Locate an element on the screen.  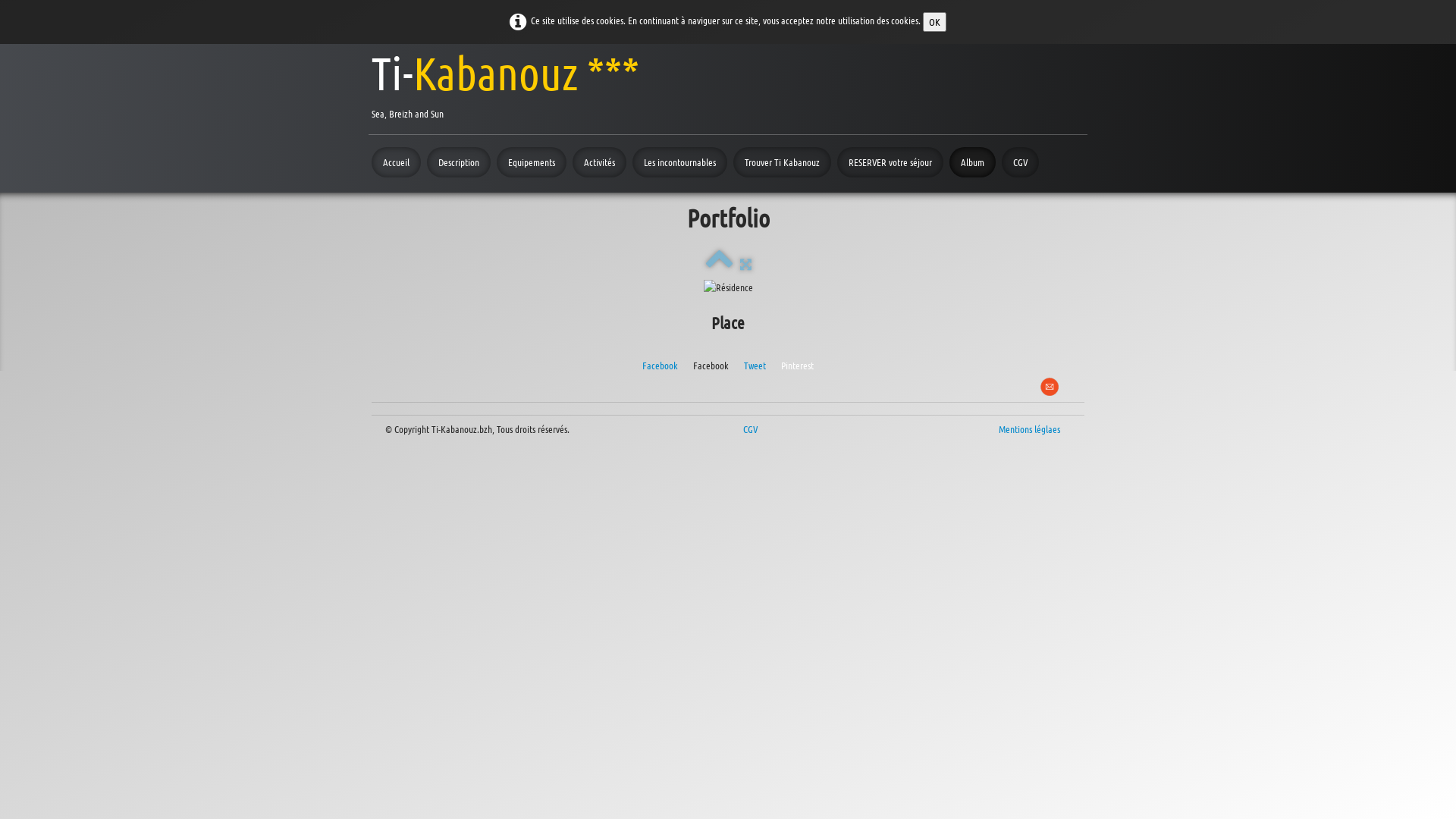
'place' is located at coordinates (728, 287).